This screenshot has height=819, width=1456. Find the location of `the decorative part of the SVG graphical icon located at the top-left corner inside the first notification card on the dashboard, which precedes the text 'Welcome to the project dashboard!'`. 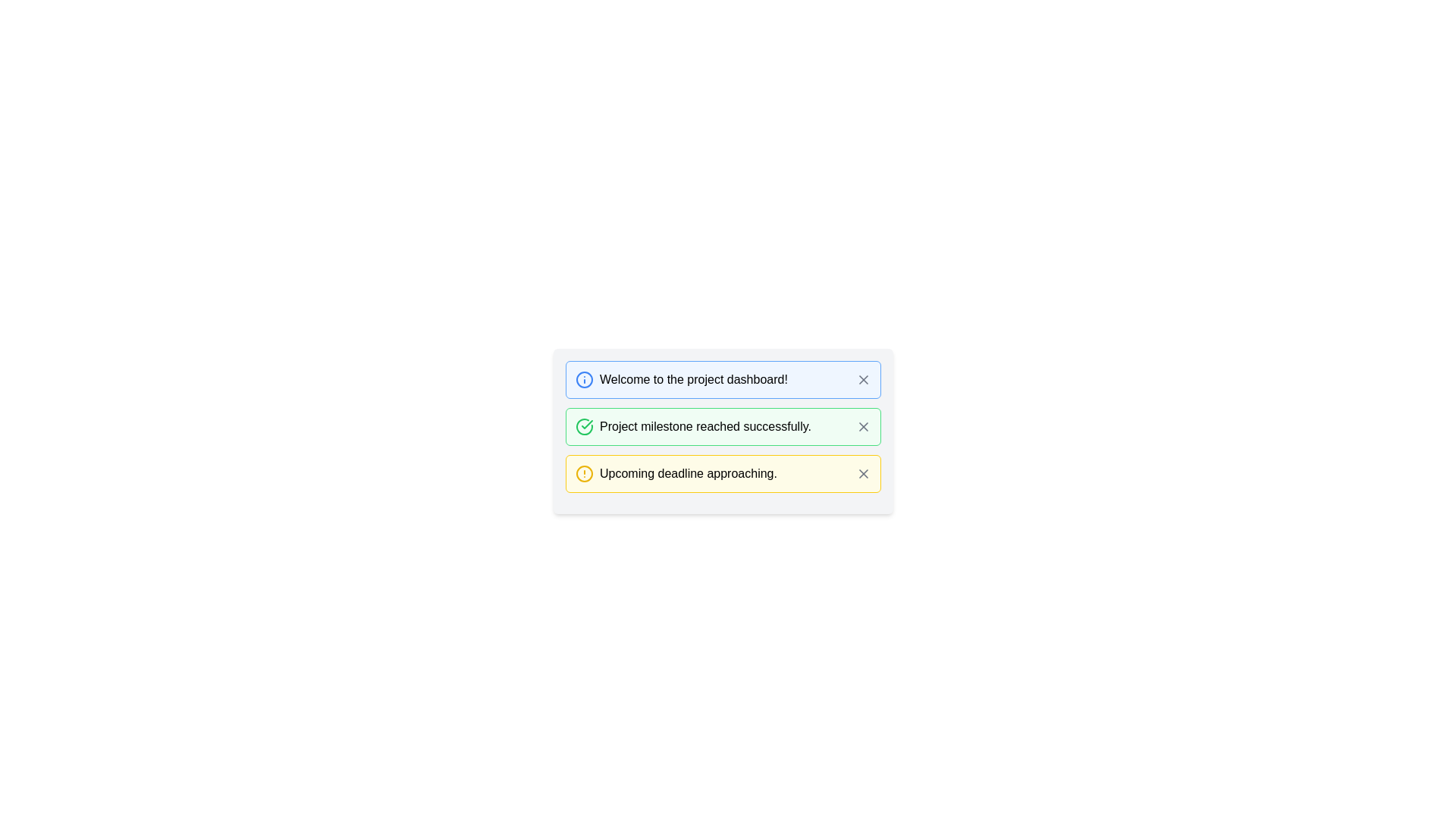

the decorative part of the SVG graphical icon located at the top-left corner inside the first notification card on the dashboard, which precedes the text 'Welcome to the project dashboard!' is located at coordinates (584, 379).